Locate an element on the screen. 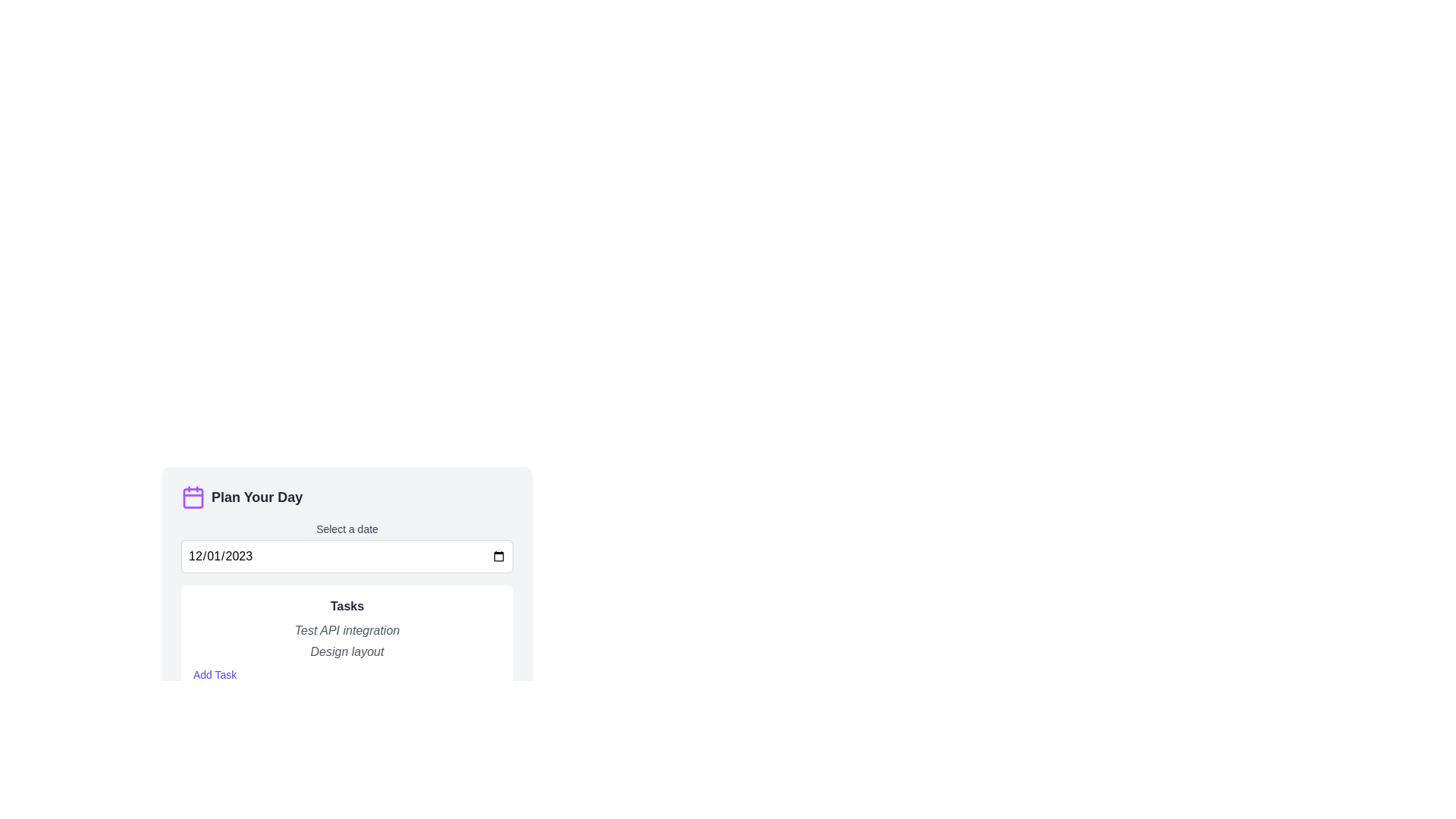  the descriptive label for the date input field located in the 'Plan Your Day' section, positioned directly above the input field is located at coordinates (346, 529).